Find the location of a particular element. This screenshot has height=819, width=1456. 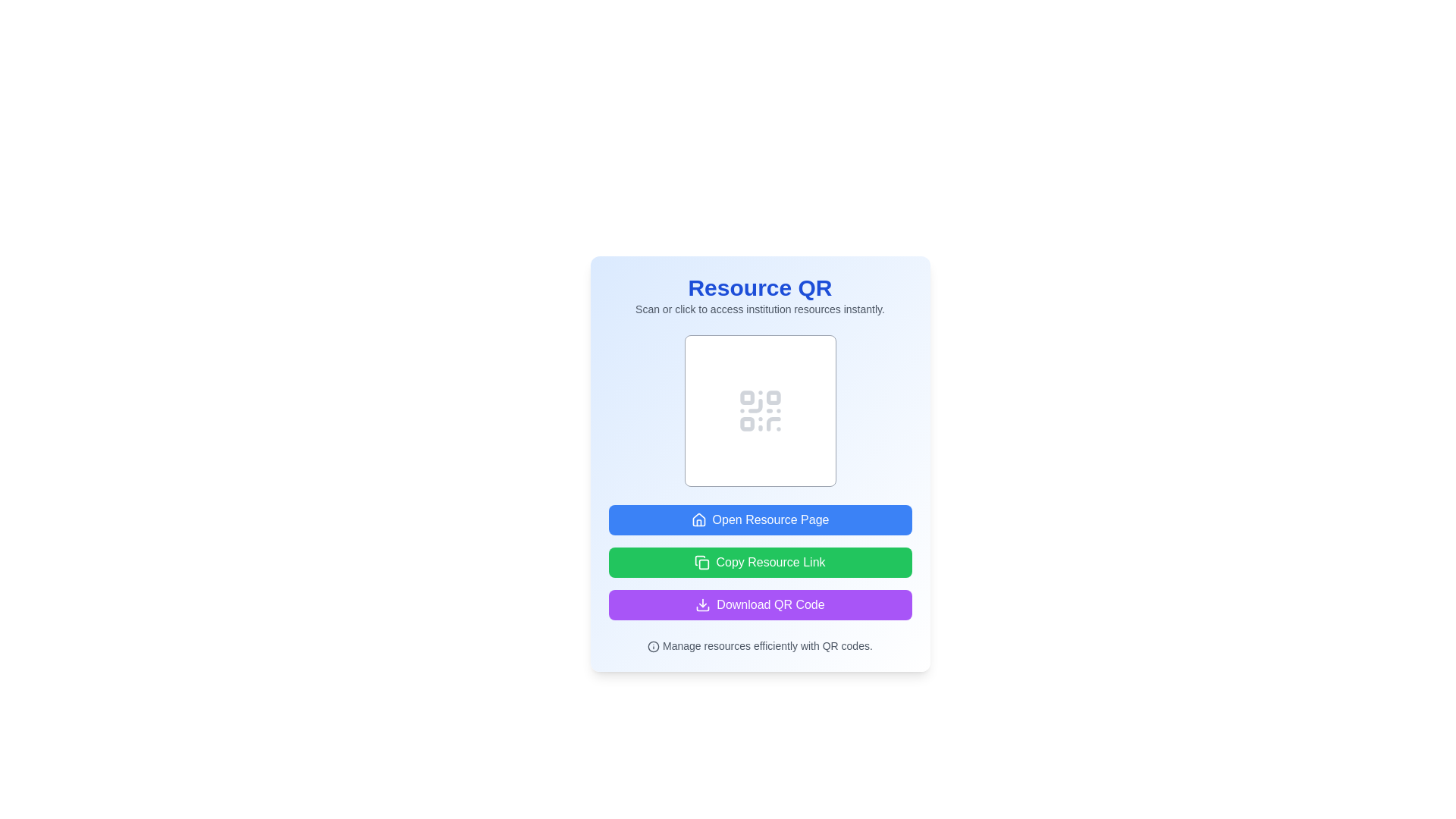

the small rectangular icon with rounded corners, which is part of the copy-symbol icon, centered inside a larger circular button located beneath the 'Copy Resource Link' green button is located at coordinates (703, 564).